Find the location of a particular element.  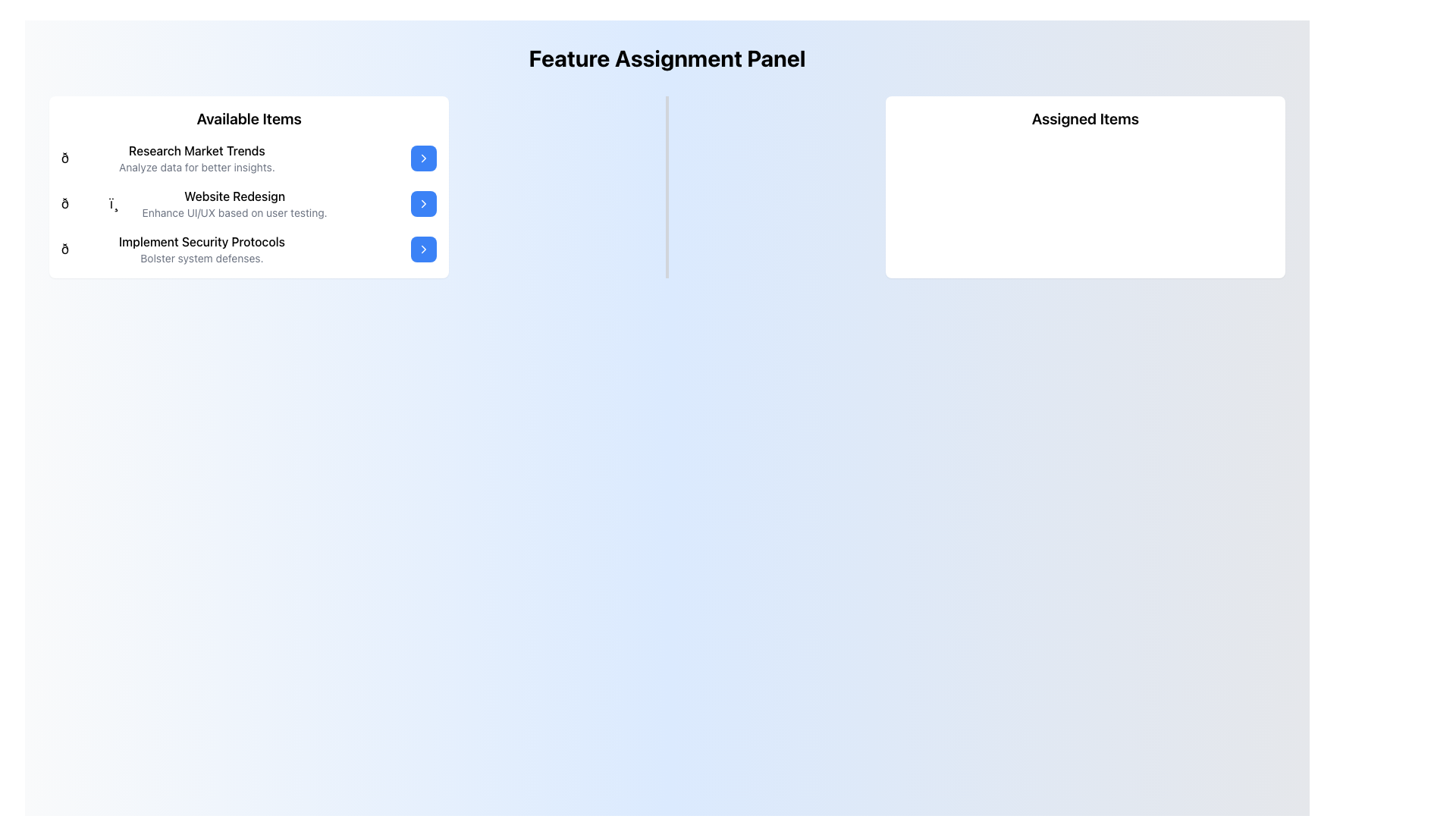

the right-facing chevron icon within the middle blue button in the first row of three buttons on the right side of the 'Available Items' panel is located at coordinates (424, 158).